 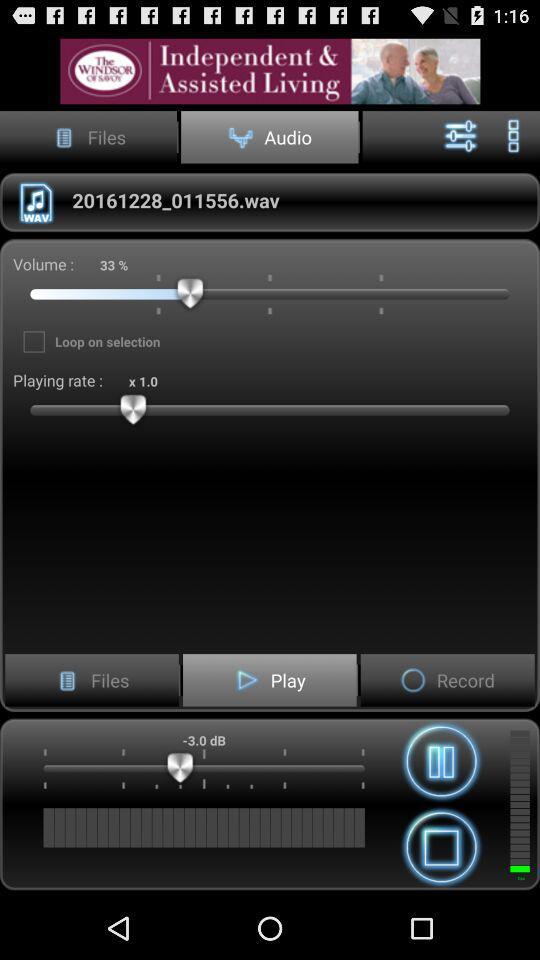 I want to click on the sliders icon, so click(x=461, y=144).